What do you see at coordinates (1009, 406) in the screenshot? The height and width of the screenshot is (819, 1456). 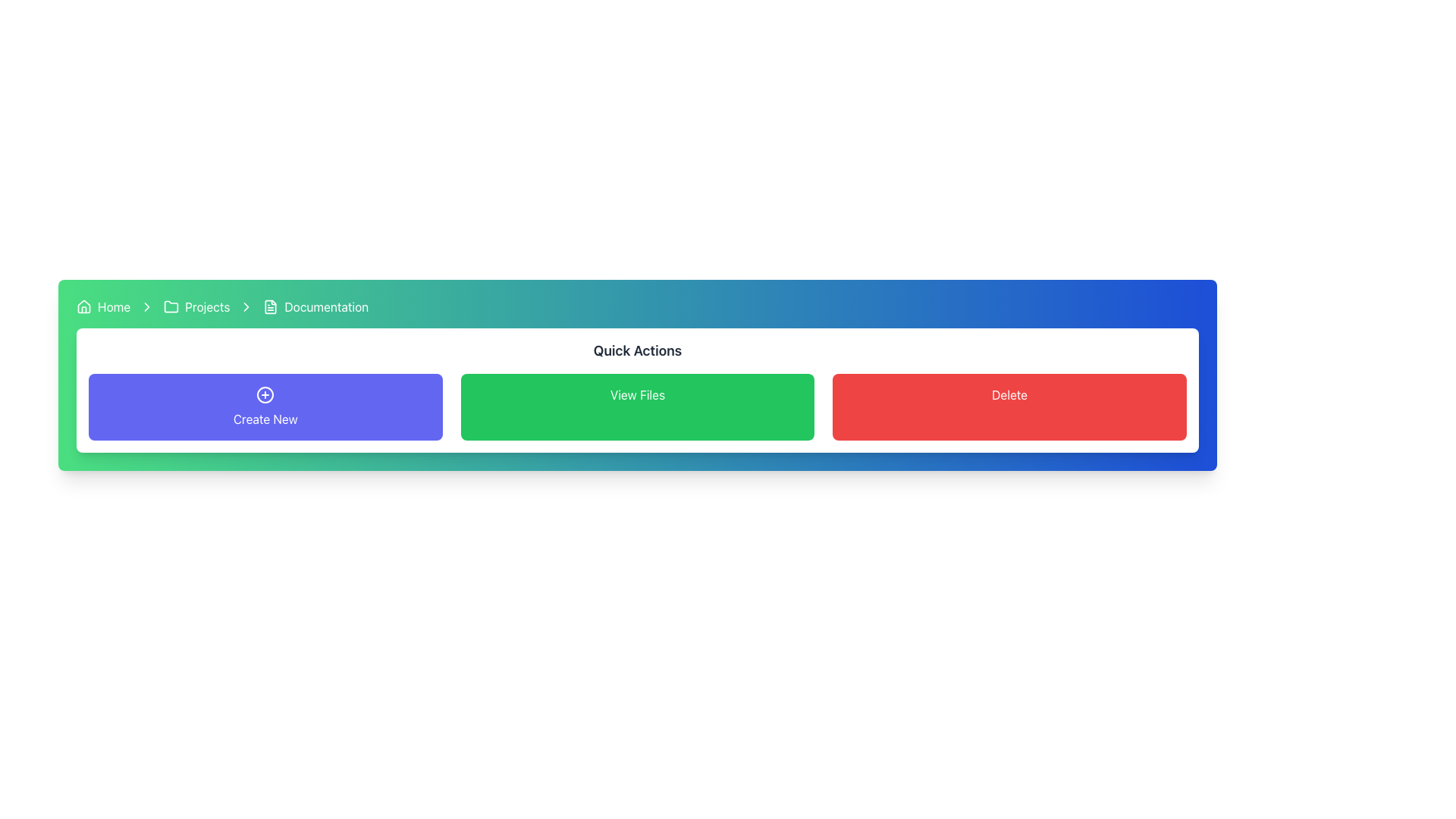 I see `the deletion button, which is the third button in a horizontally stacked group of three buttons` at bounding box center [1009, 406].